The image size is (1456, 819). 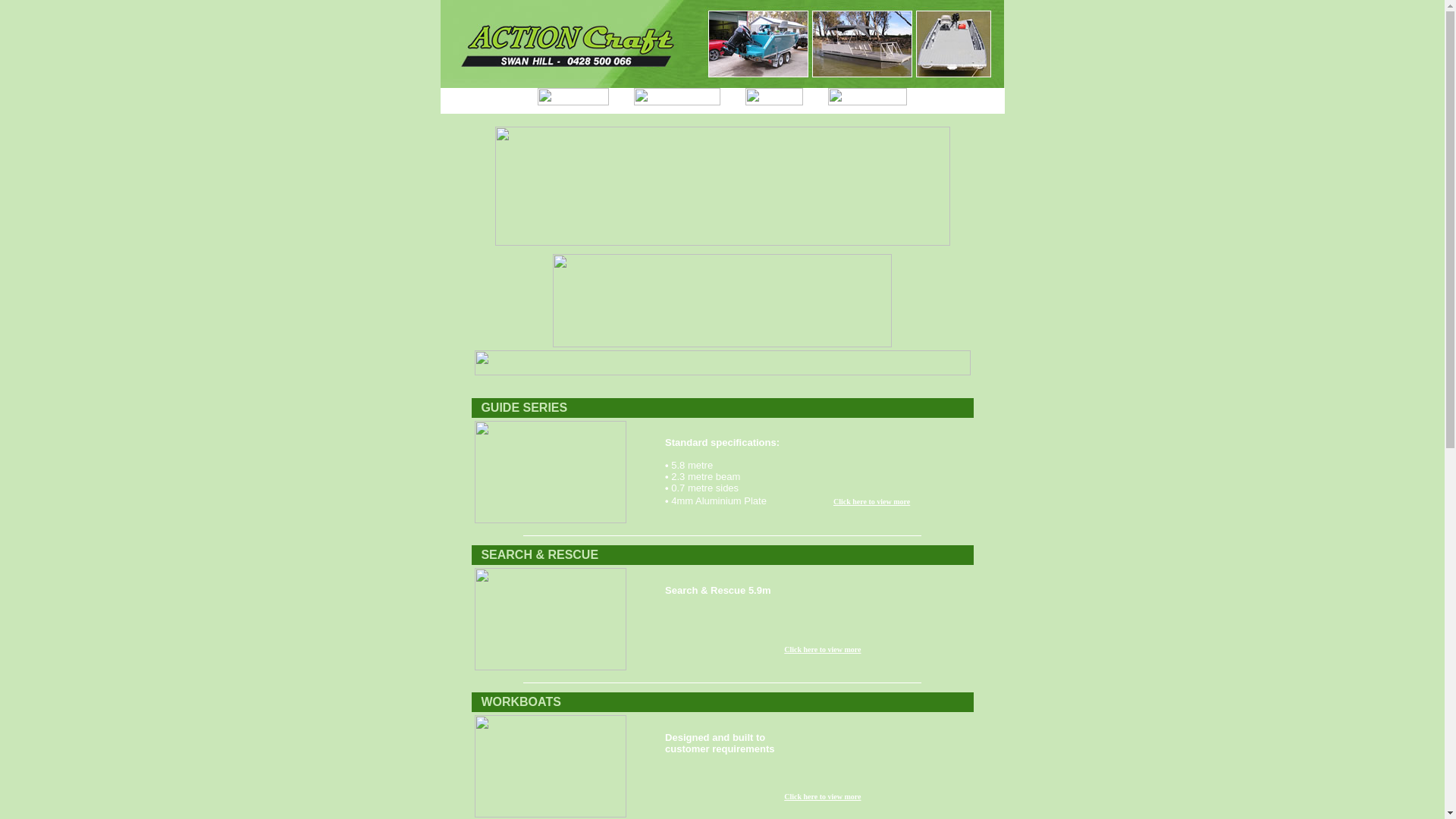 What do you see at coordinates (783, 648) in the screenshot?
I see `'Click here to view more'` at bounding box center [783, 648].